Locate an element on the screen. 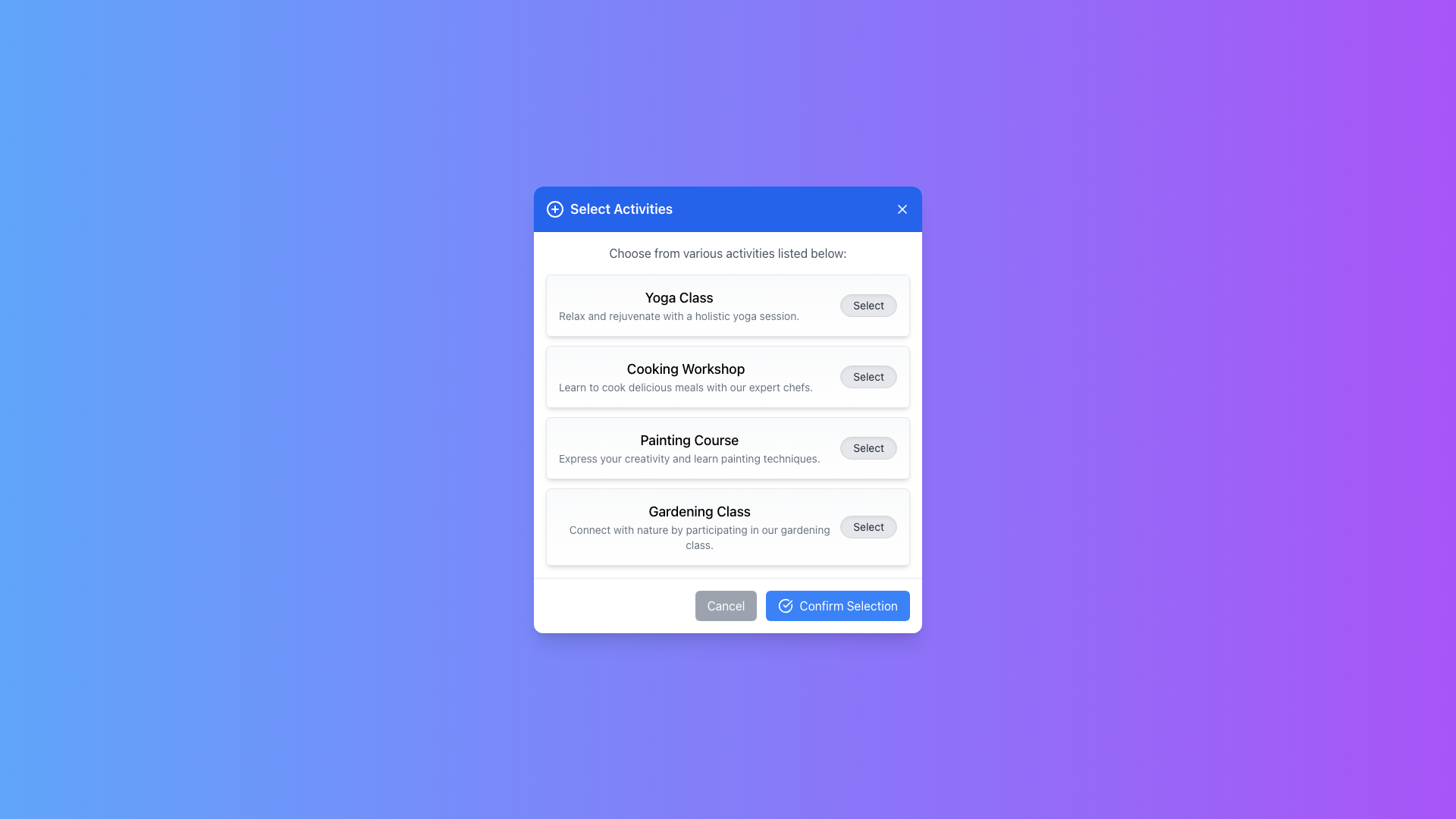 This screenshot has height=819, width=1456. the text label that says 'Choose from various activities listed below:' located directly below the header 'Select Activities' in the modal dialog is located at coordinates (728, 251).